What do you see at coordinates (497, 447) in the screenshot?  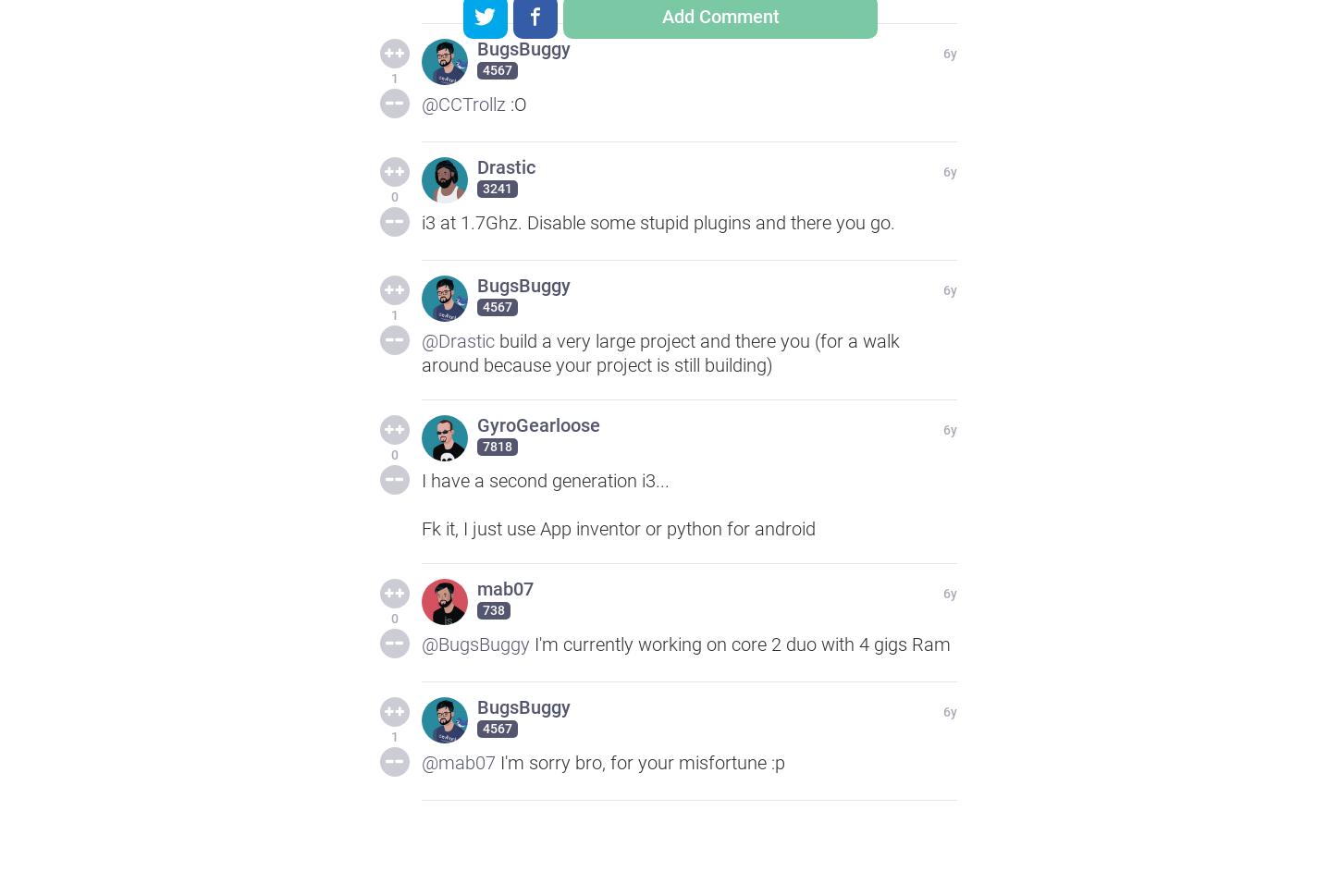 I see `'7818'` at bounding box center [497, 447].